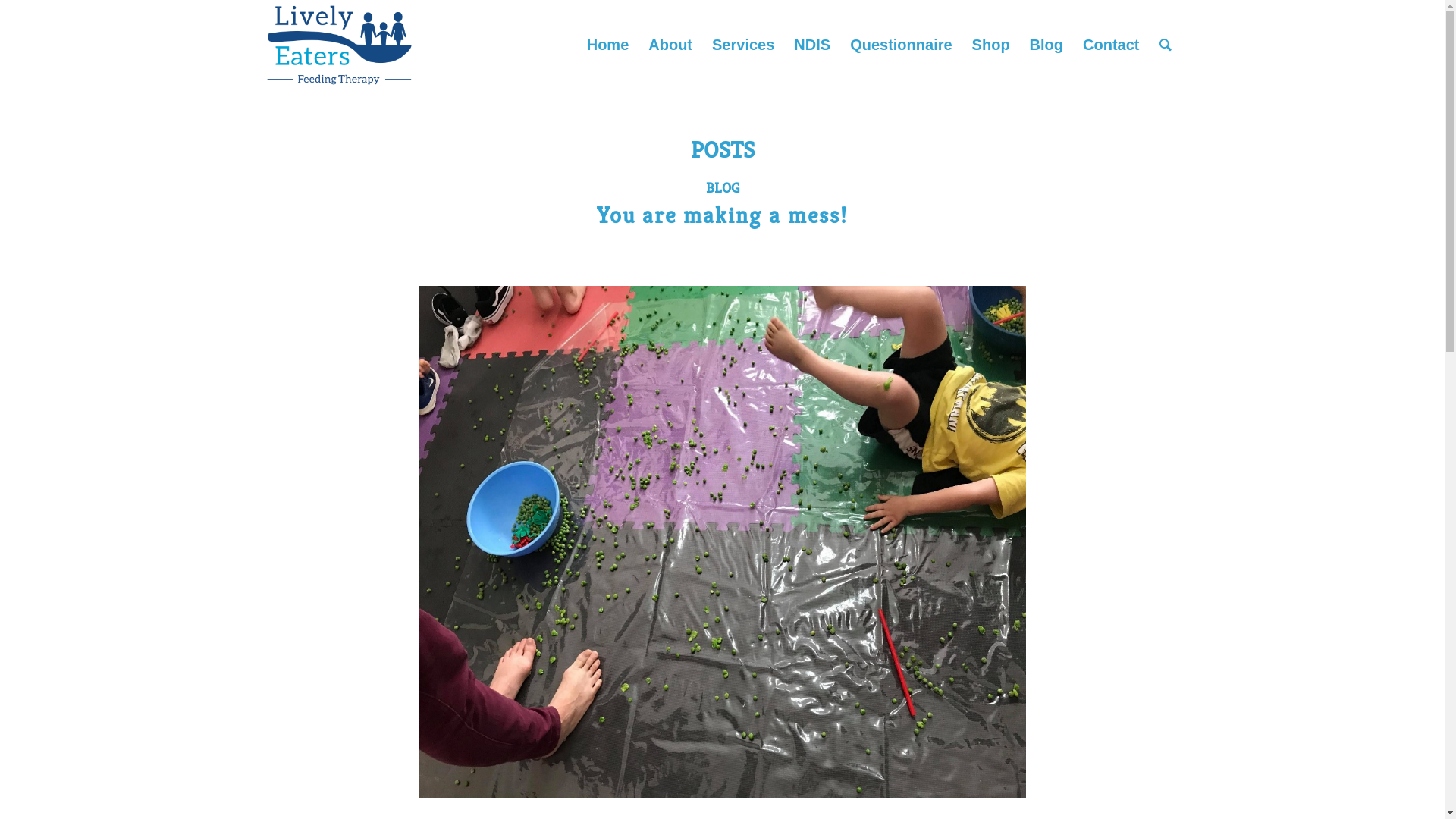 The width and height of the screenshot is (1456, 819). Describe the element at coordinates (720, 187) in the screenshot. I see `'BLOG'` at that location.